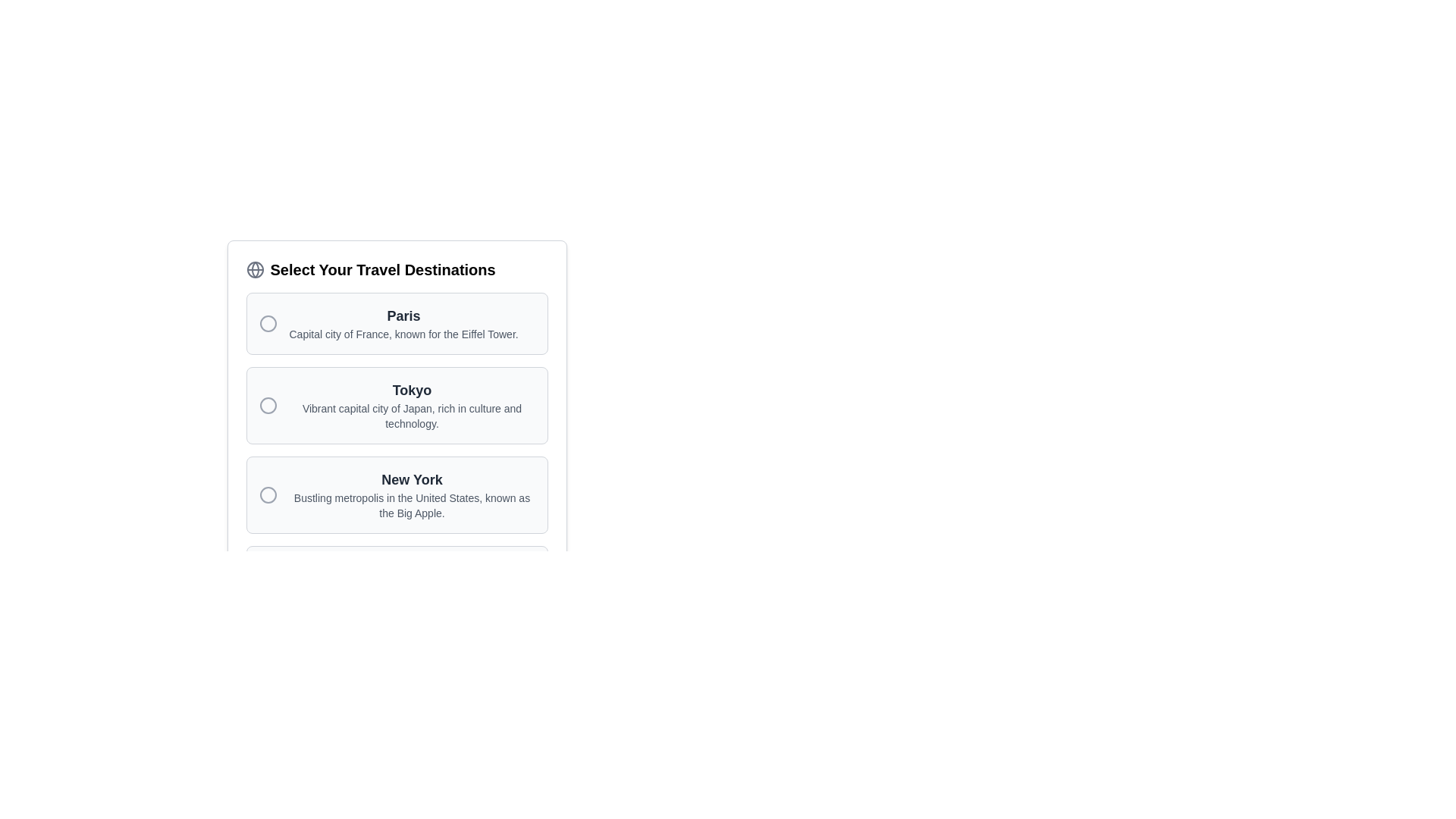  Describe the element at coordinates (397, 405) in the screenshot. I see `the 'Tokyo' radio button in the travel destinations list by clicking on it` at that location.